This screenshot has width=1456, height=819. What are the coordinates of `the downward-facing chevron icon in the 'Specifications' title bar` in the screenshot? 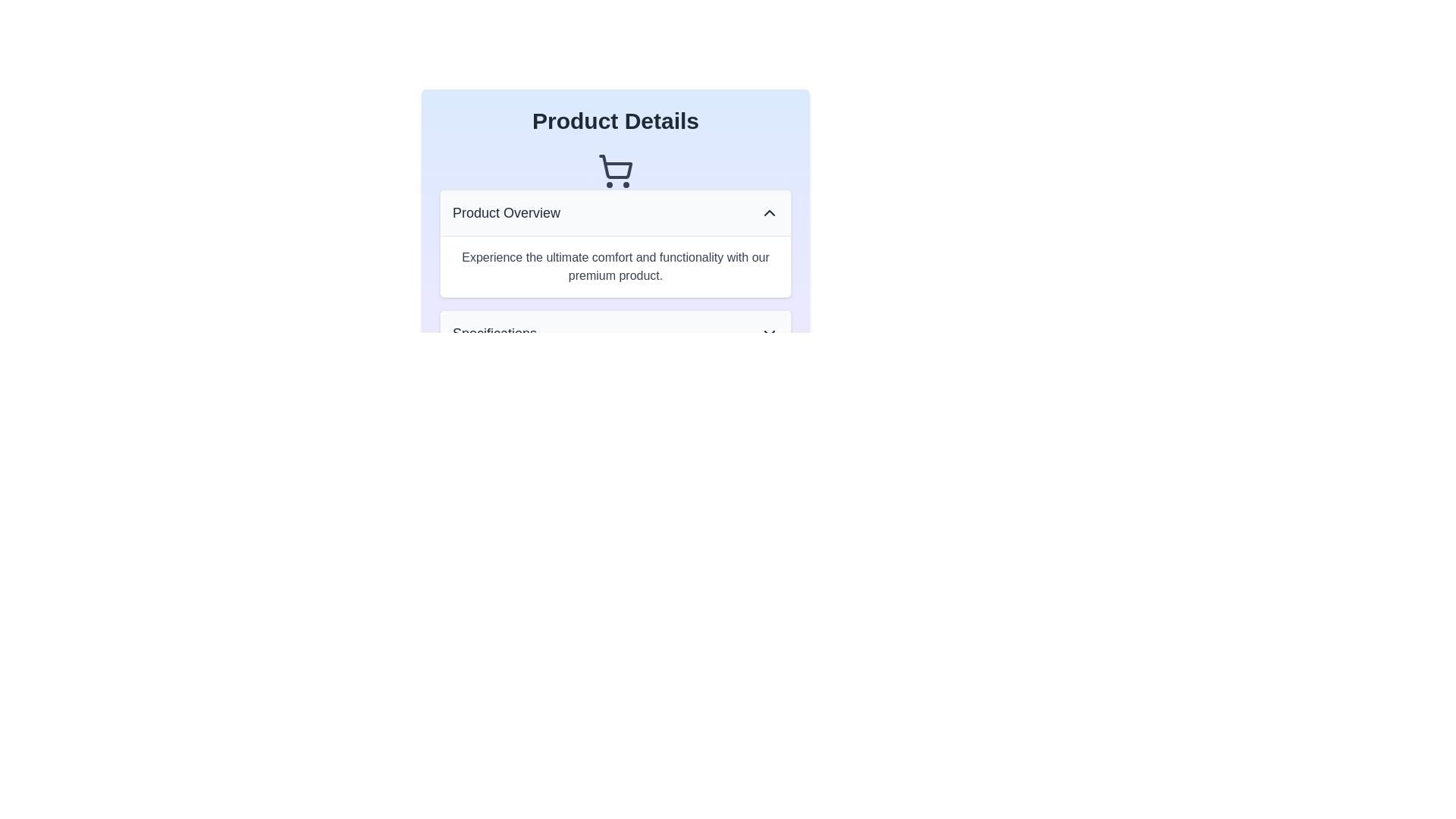 It's located at (769, 332).